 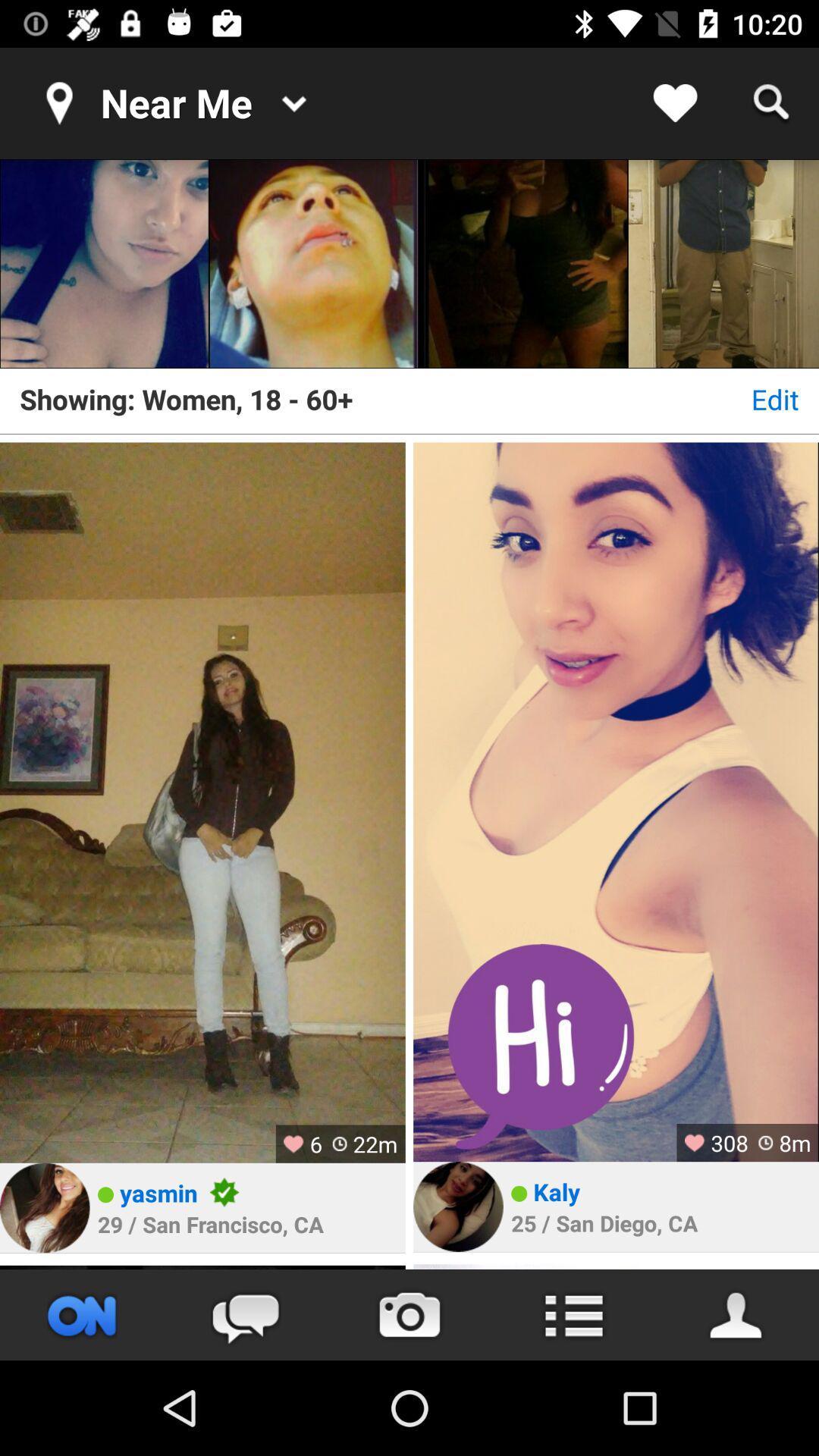 I want to click on the kaly item, so click(x=557, y=1191).